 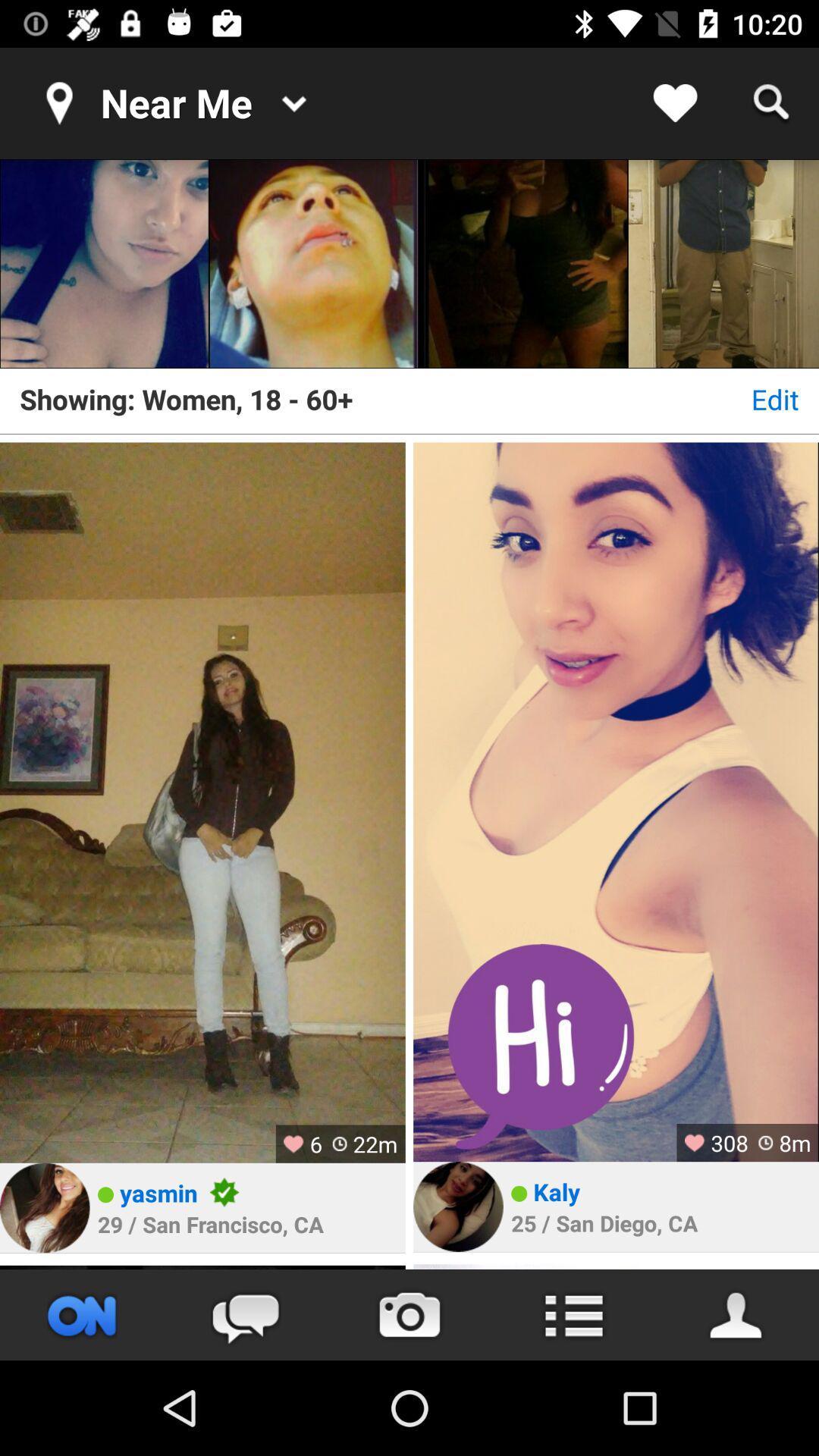 I want to click on the kaly item, so click(x=557, y=1191).